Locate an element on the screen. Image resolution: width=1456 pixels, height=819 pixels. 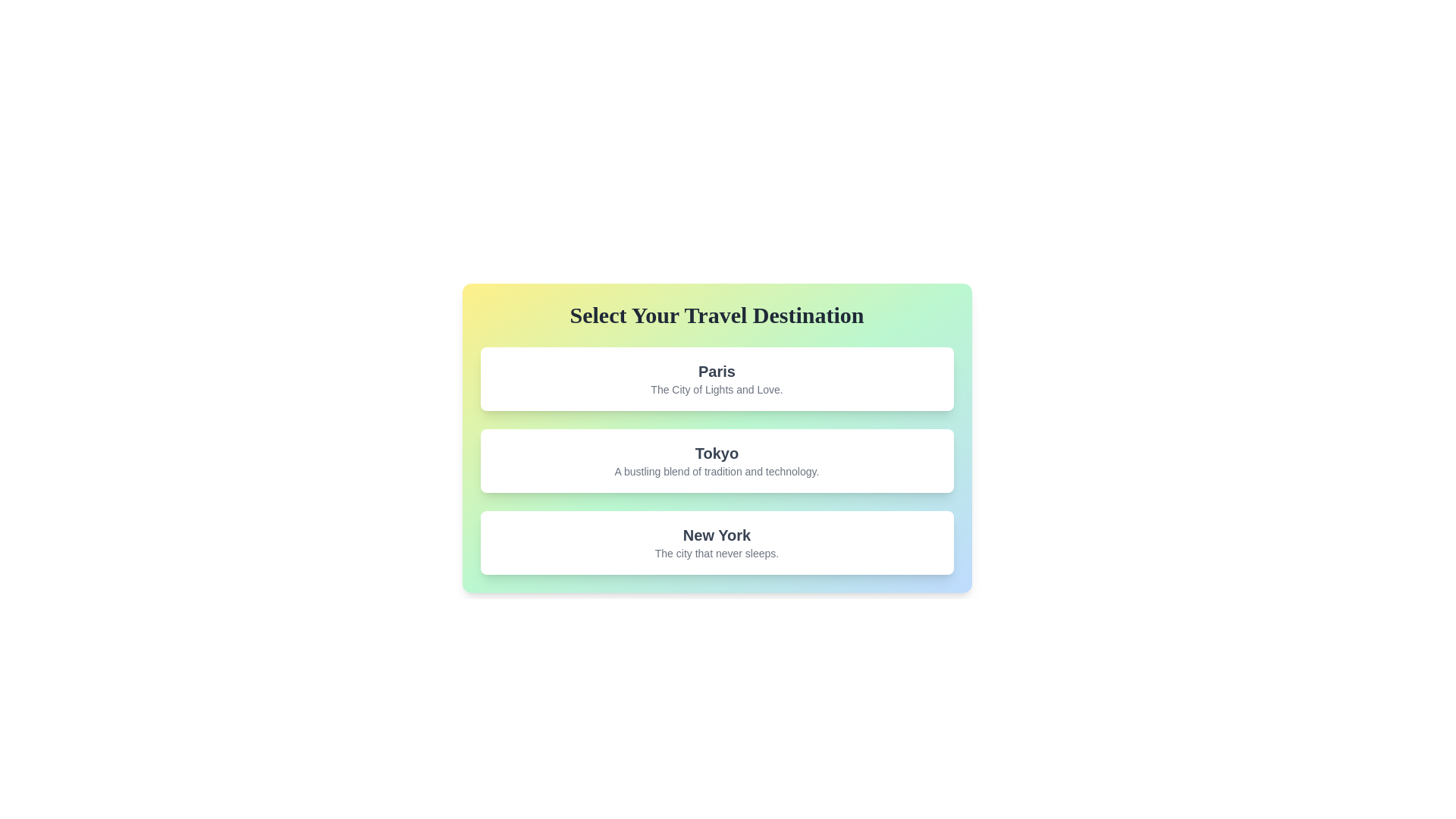
the informational text block that displays 'Tokyo' and its description, which is part of a card-like structure in the middle of three vertically stacked cards is located at coordinates (716, 460).